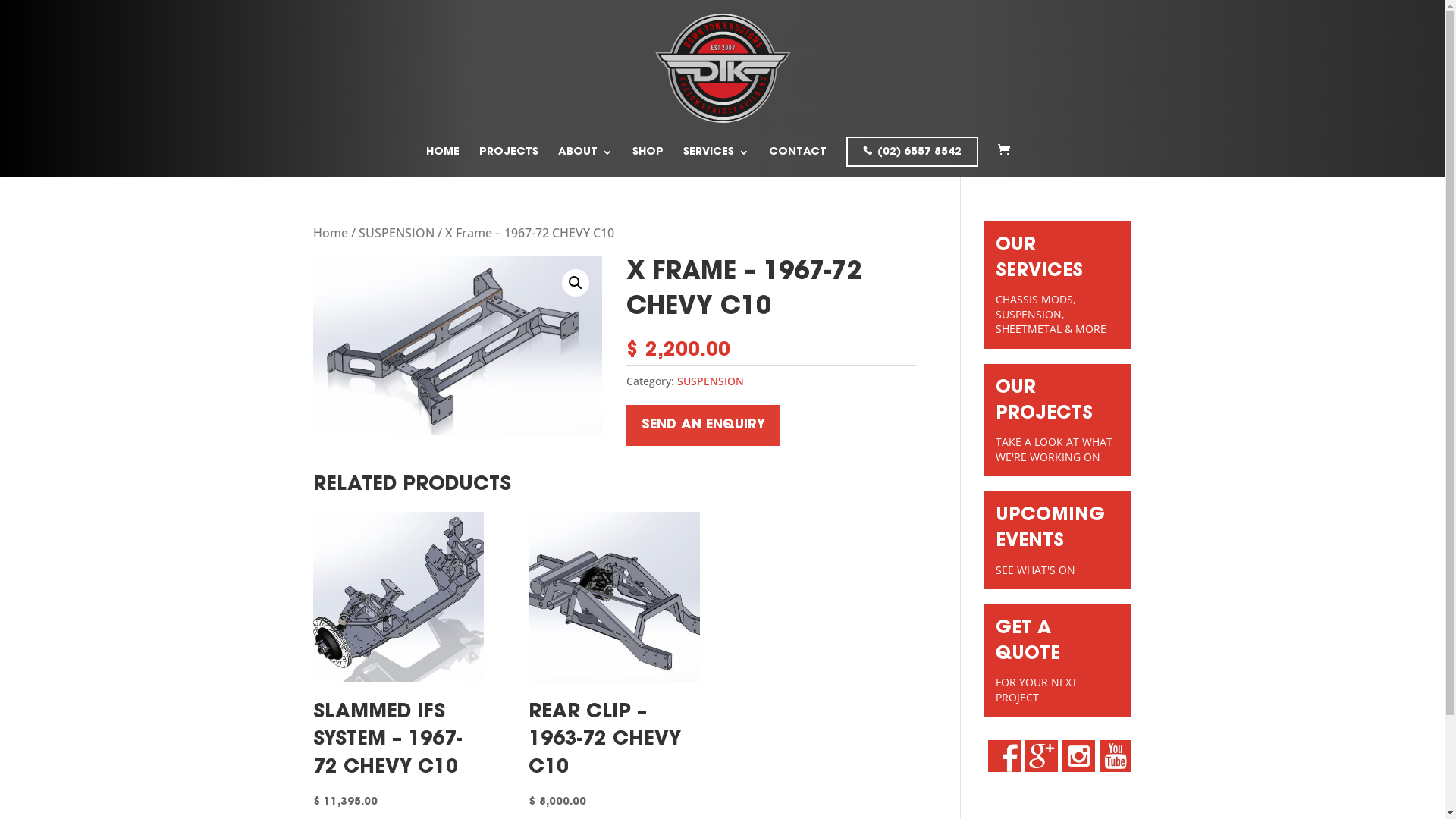 The height and width of the screenshot is (819, 1456). Describe the element at coordinates (1056, 660) in the screenshot. I see `'GET A QUOTE` at that location.